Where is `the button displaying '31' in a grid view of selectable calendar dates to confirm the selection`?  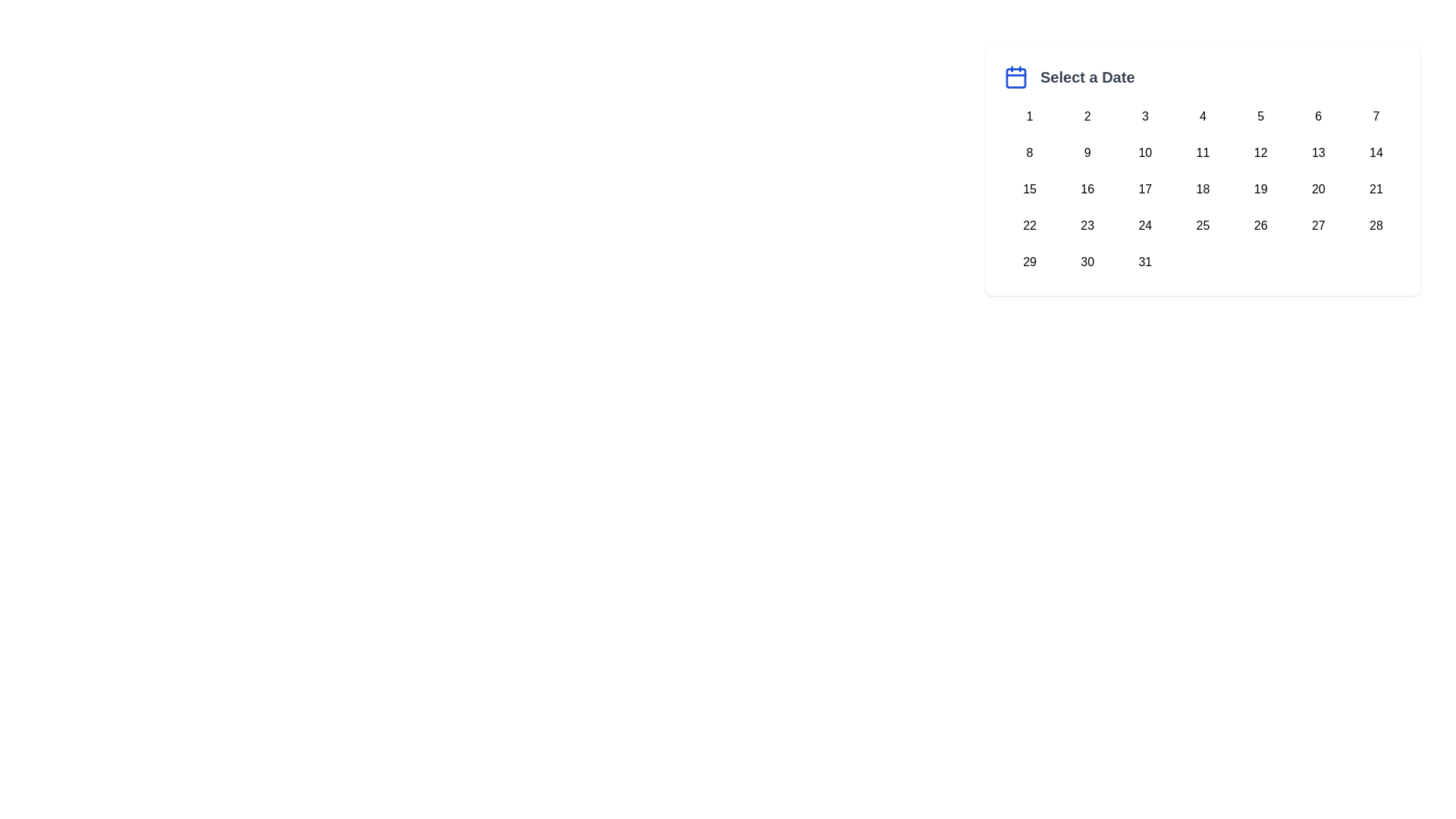 the button displaying '31' in a grid view of selectable calendar dates to confirm the selection is located at coordinates (1145, 262).